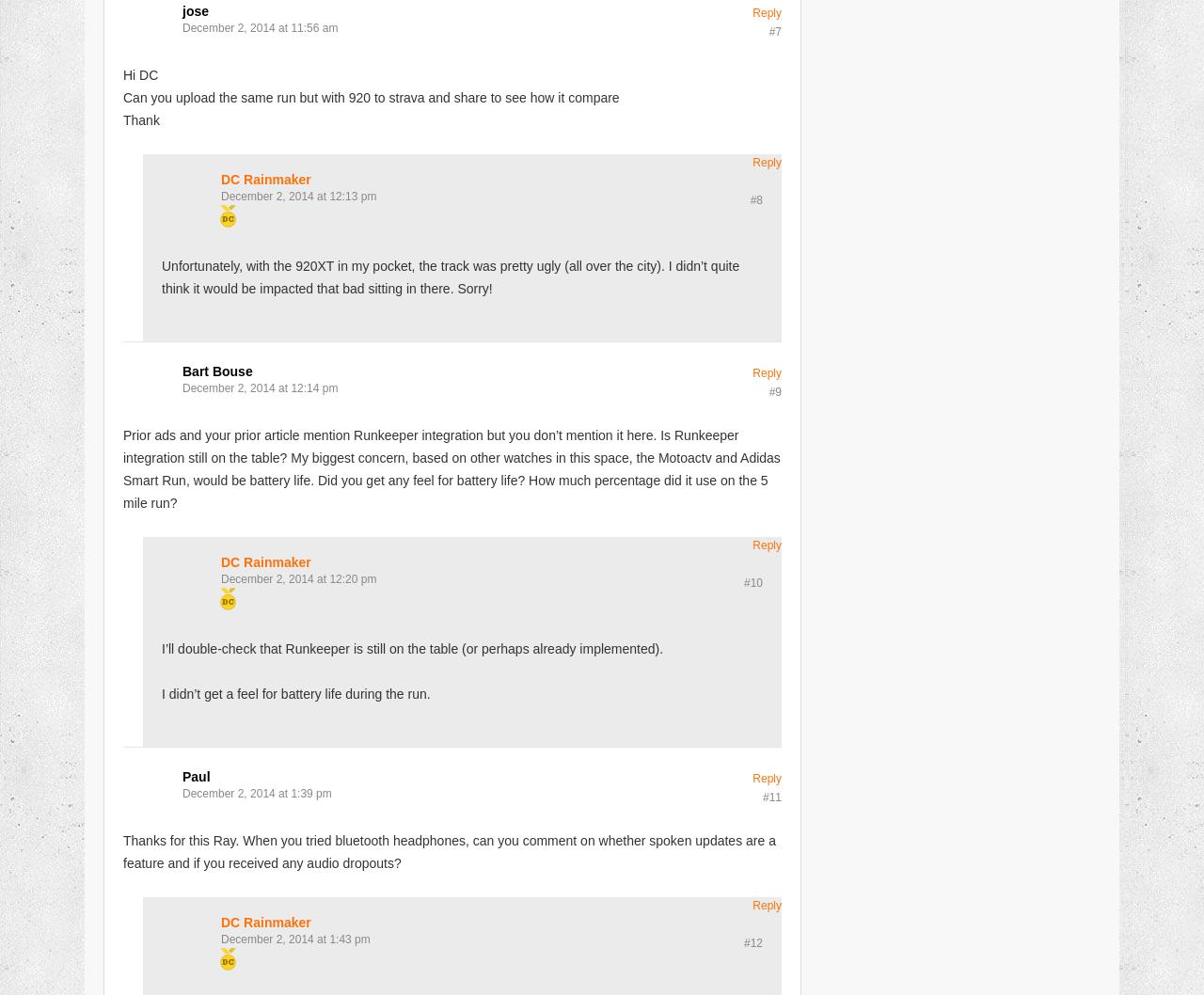 The image size is (1204, 995). What do you see at coordinates (294, 693) in the screenshot?
I see `'I didn’t get a feel for battery life during the run.'` at bounding box center [294, 693].